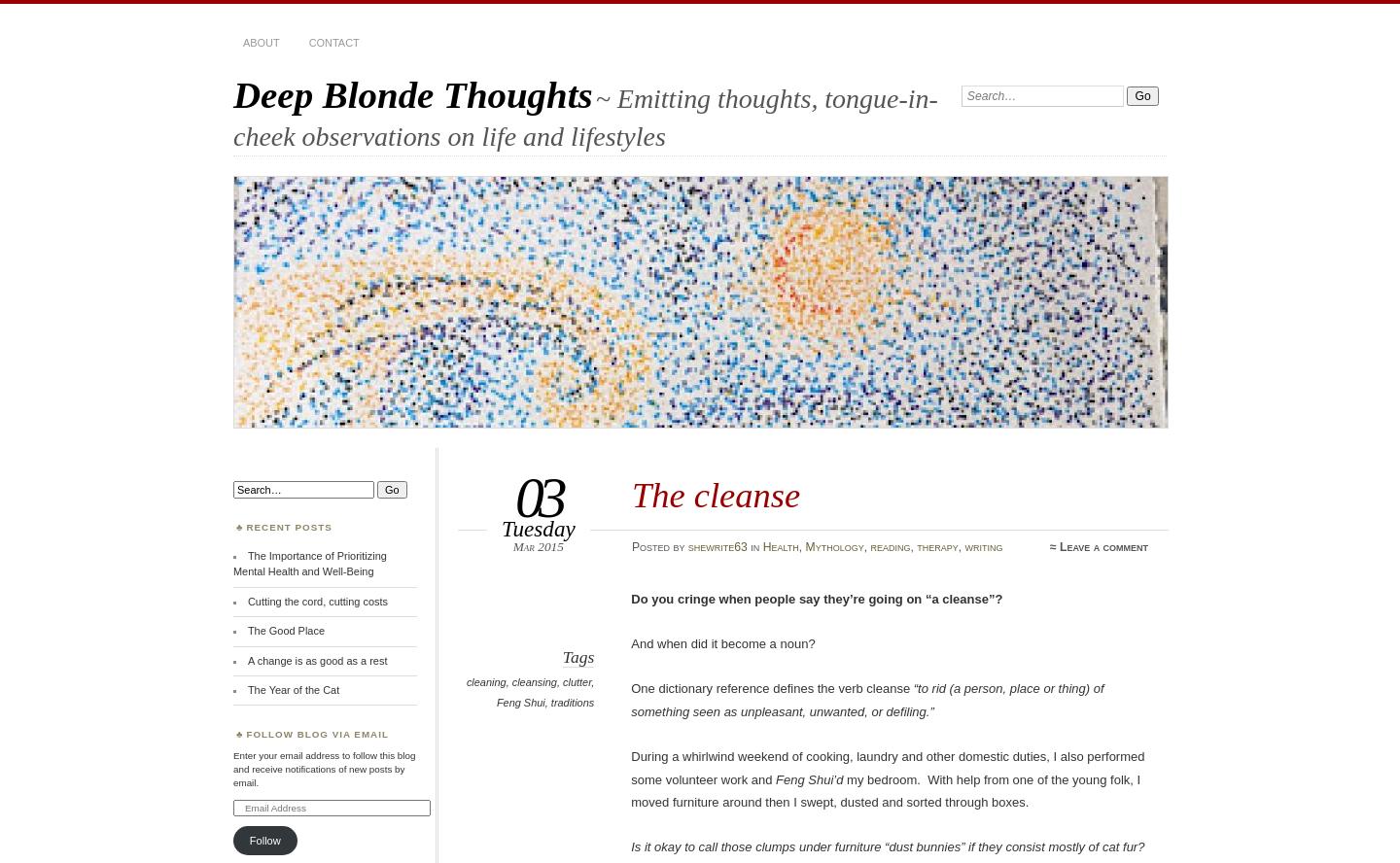 The height and width of the screenshot is (863, 1400). I want to click on 'Feng Shui', so click(518, 702).